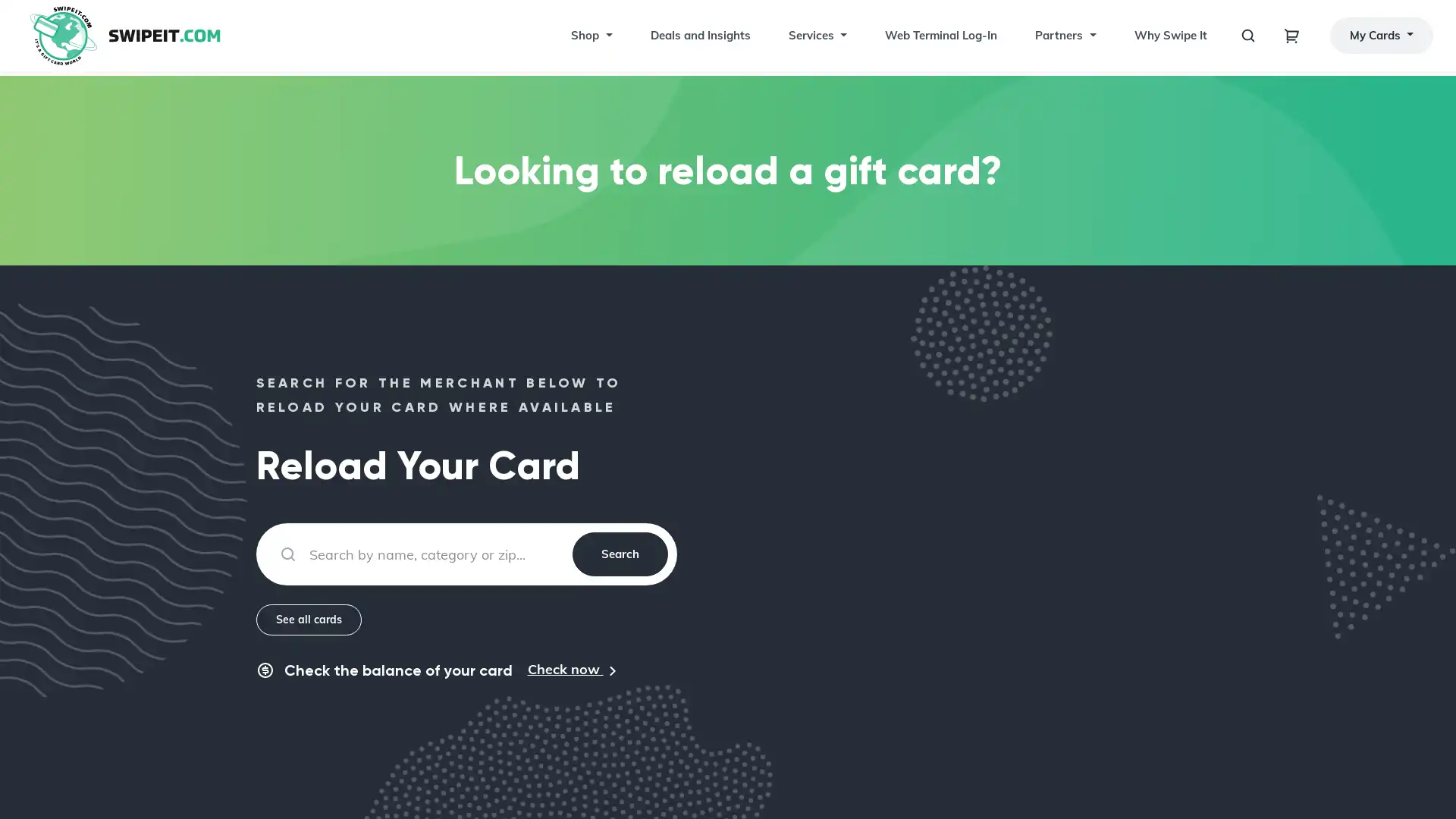 The height and width of the screenshot is (819, 1456). I want to click on Toggle navigation, so click(1291, 37).